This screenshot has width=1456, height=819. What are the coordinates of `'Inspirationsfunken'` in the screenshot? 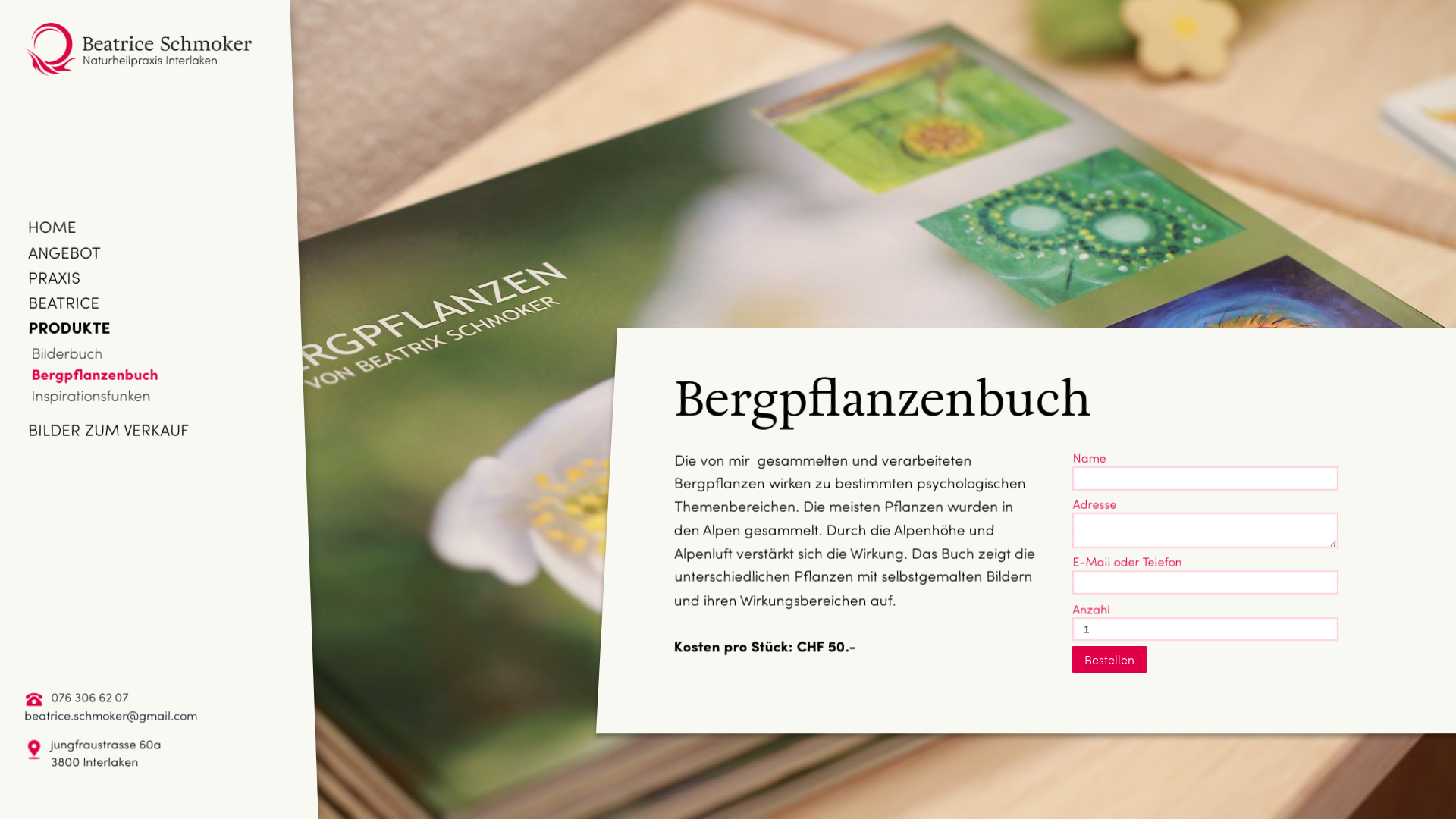 It's located at (90, 394).